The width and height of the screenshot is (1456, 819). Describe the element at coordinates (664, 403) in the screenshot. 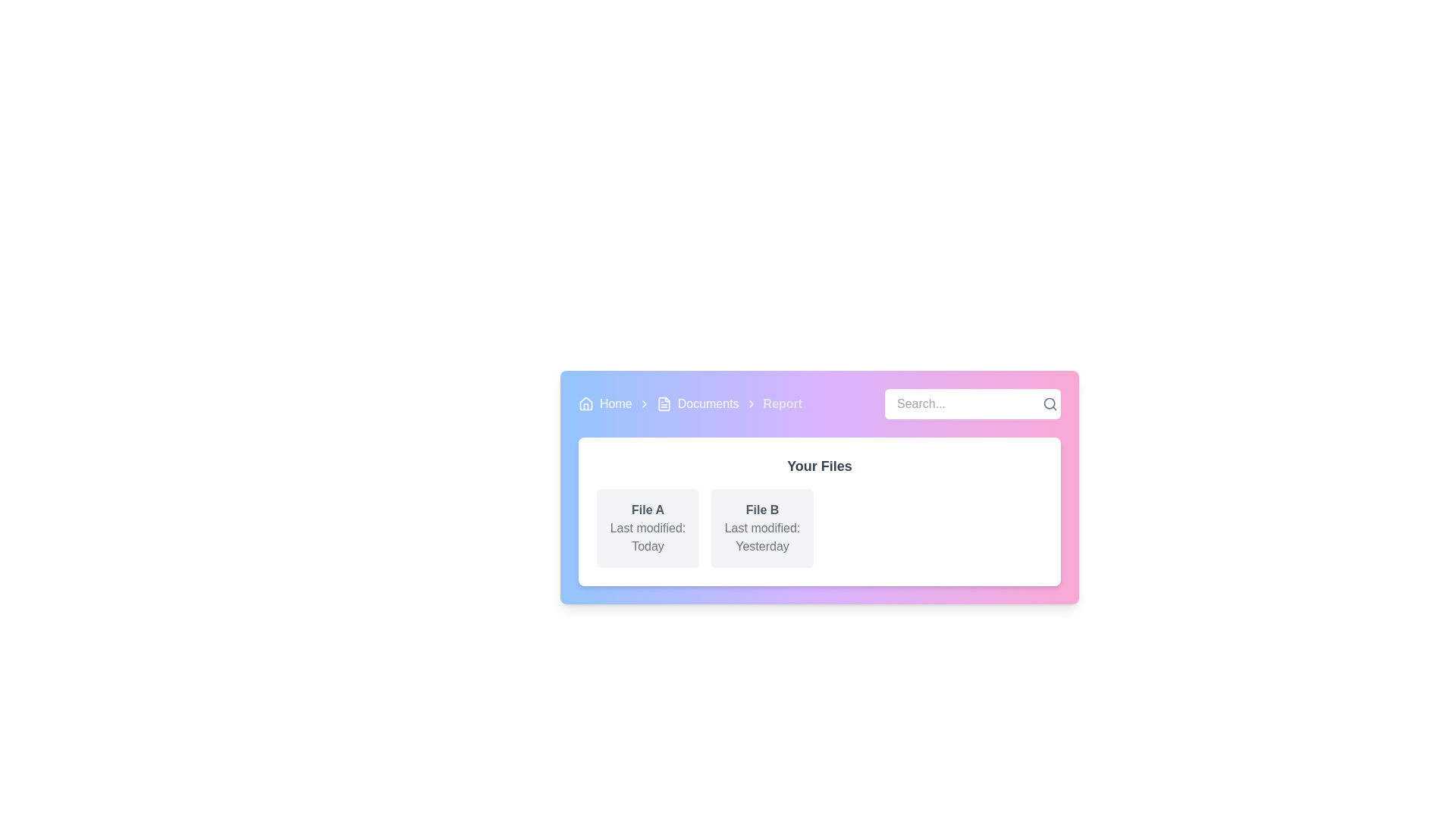

I see `the document icon located to the left of the breadcrumb item labeled 'Documents'` at that location.